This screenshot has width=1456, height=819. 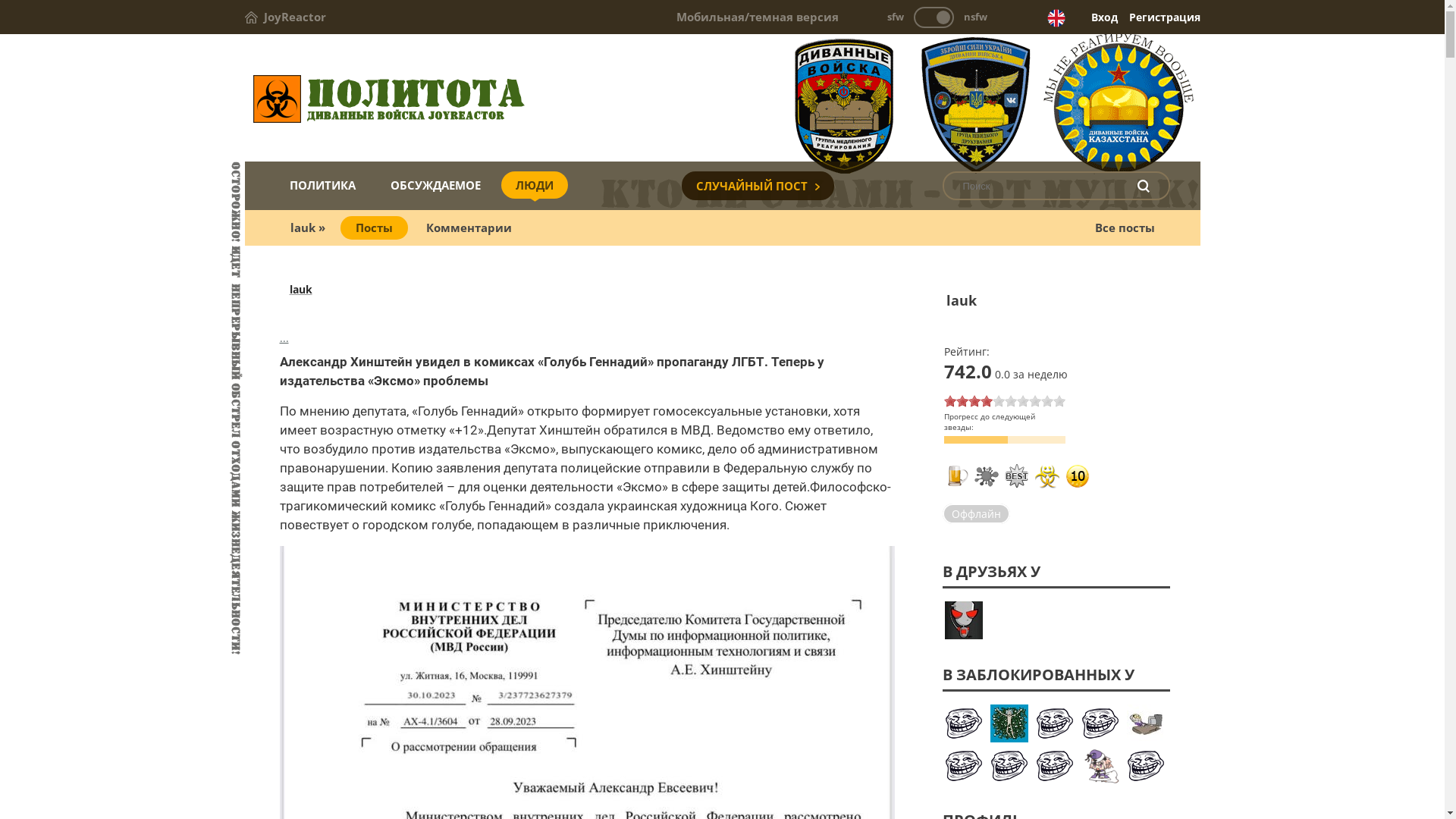 I want to click on 'lauk', so click(x=290, y=289).